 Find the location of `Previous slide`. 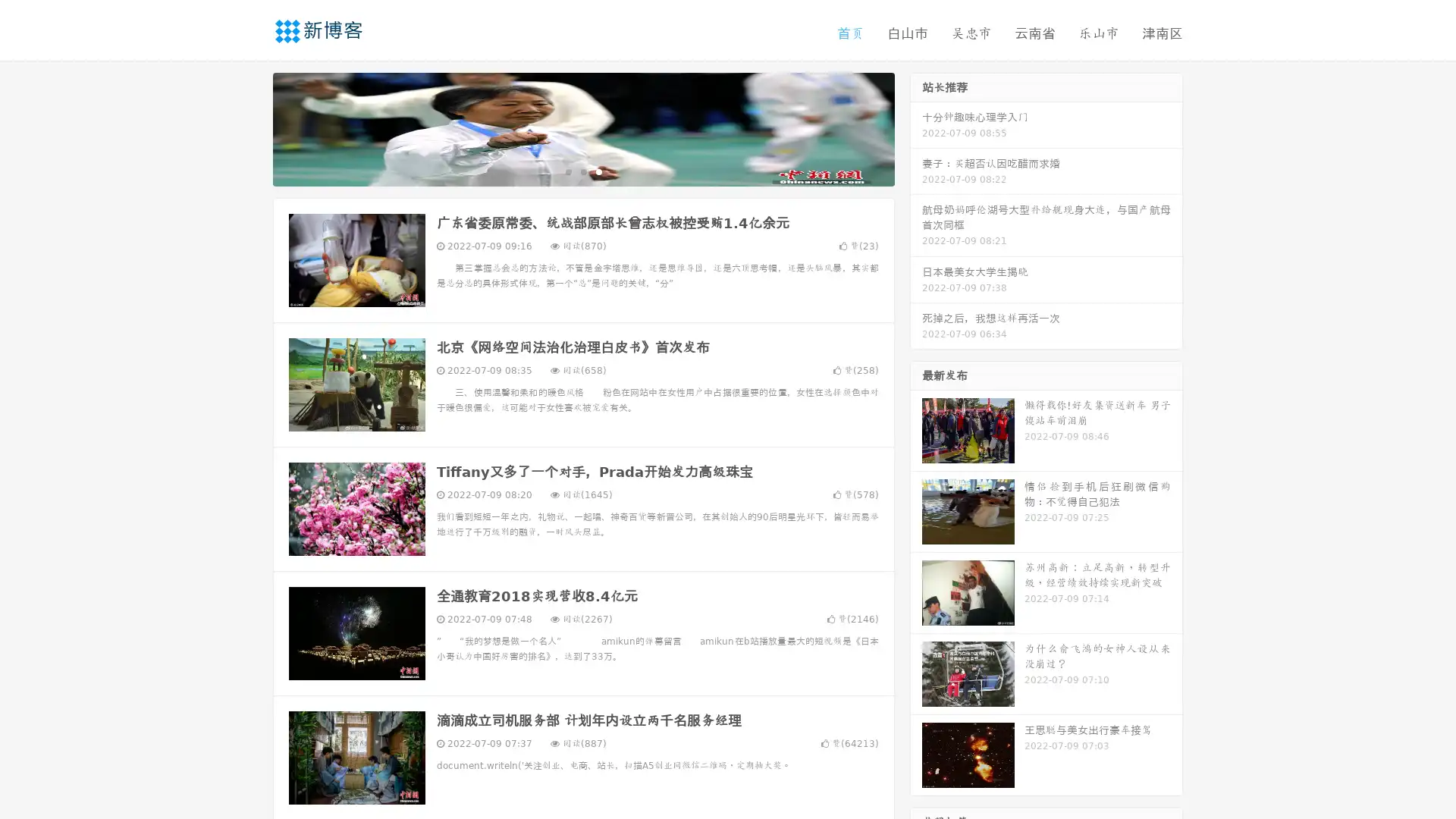

Previous slide is located at coordinates (250, 127).